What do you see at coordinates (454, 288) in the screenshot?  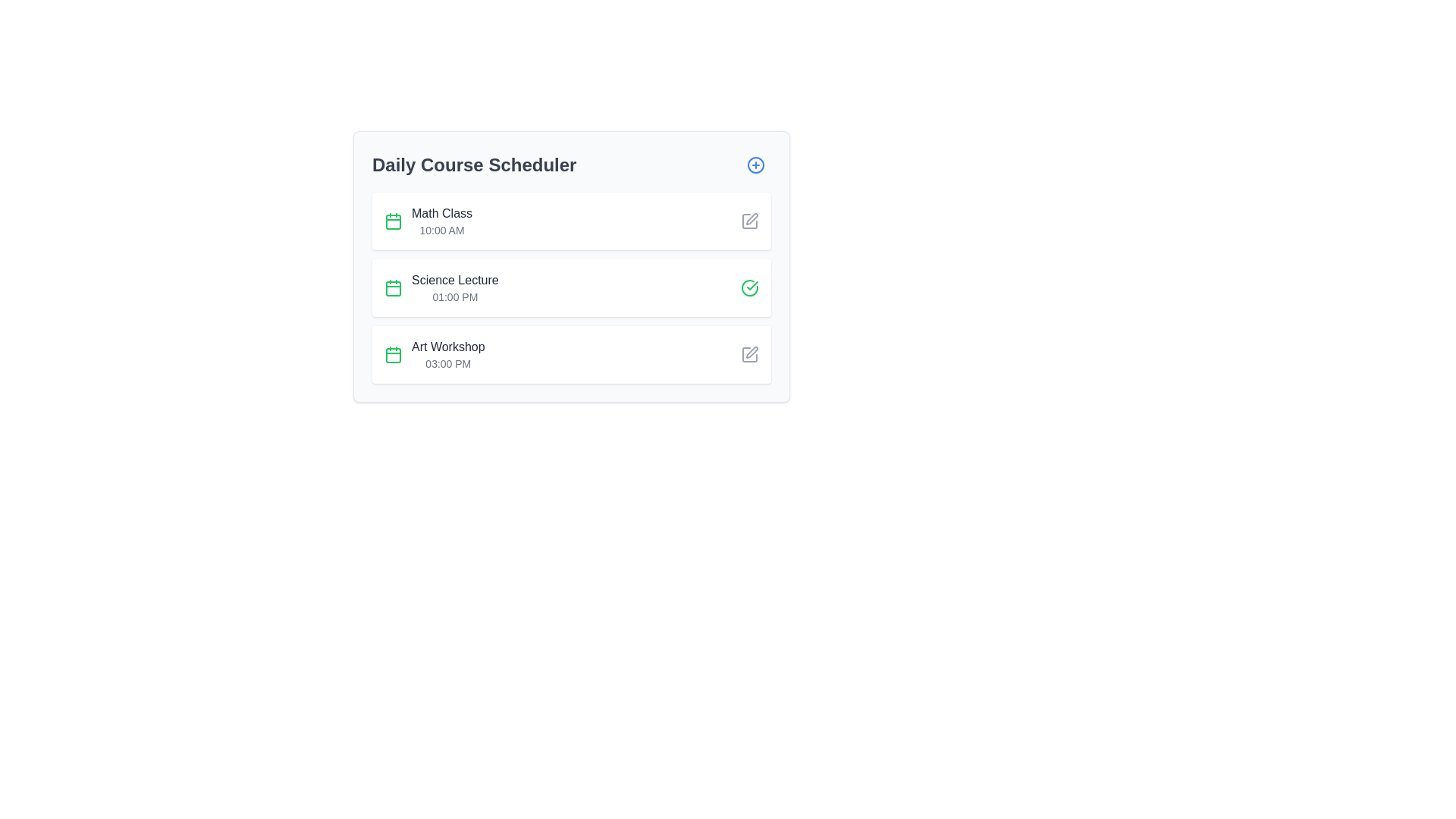 I see `the text label displaying the title 'Science Lecture' which indicates a scheduled event in the 'Daily Course Scheduler' list` at bounding box center [454, 288].